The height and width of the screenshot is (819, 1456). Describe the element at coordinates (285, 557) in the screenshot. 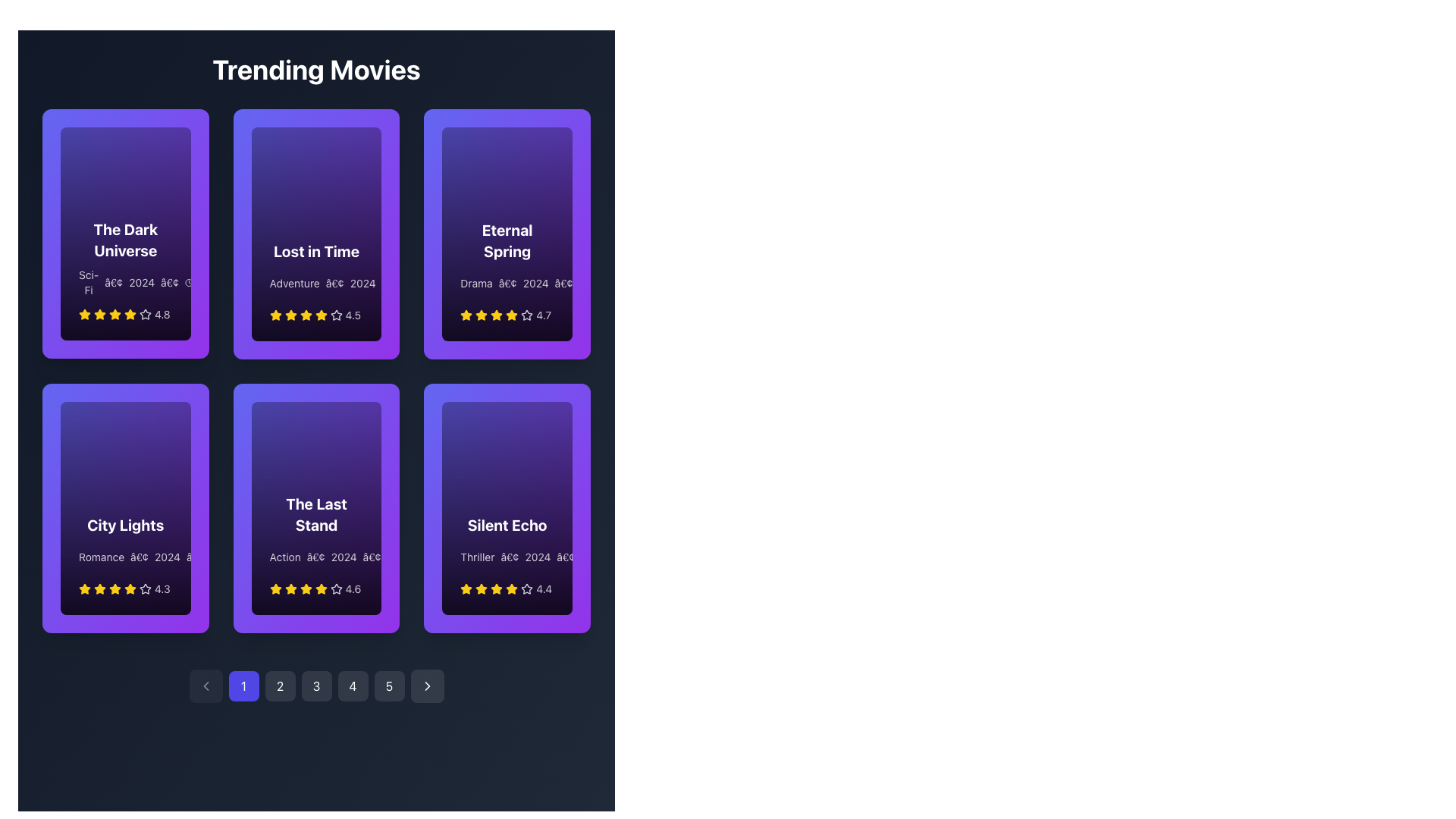

I see `text label displaying 'Action', which is the first label in the horizontal sequence, positioned above the star rating icons for 'The Last Stand'` at that location.